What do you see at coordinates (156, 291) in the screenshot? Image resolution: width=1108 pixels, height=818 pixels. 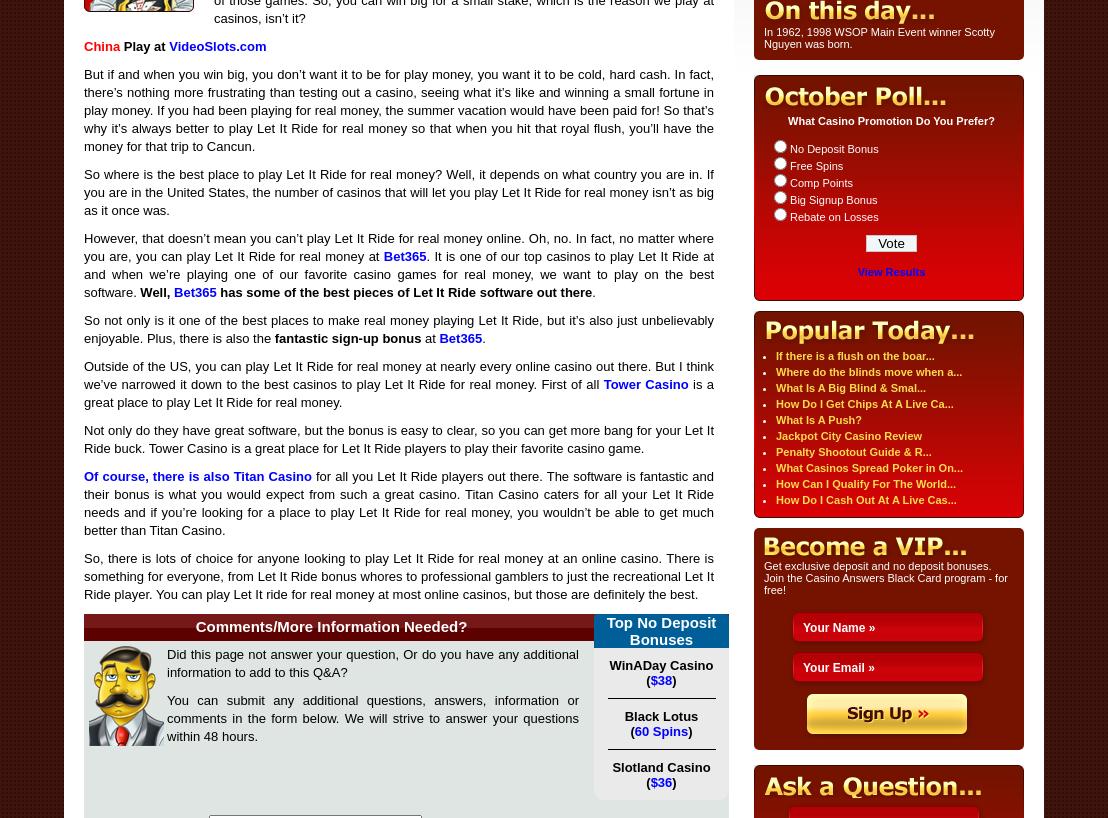 I see `'Well,'` at bounding box center [156, 291].